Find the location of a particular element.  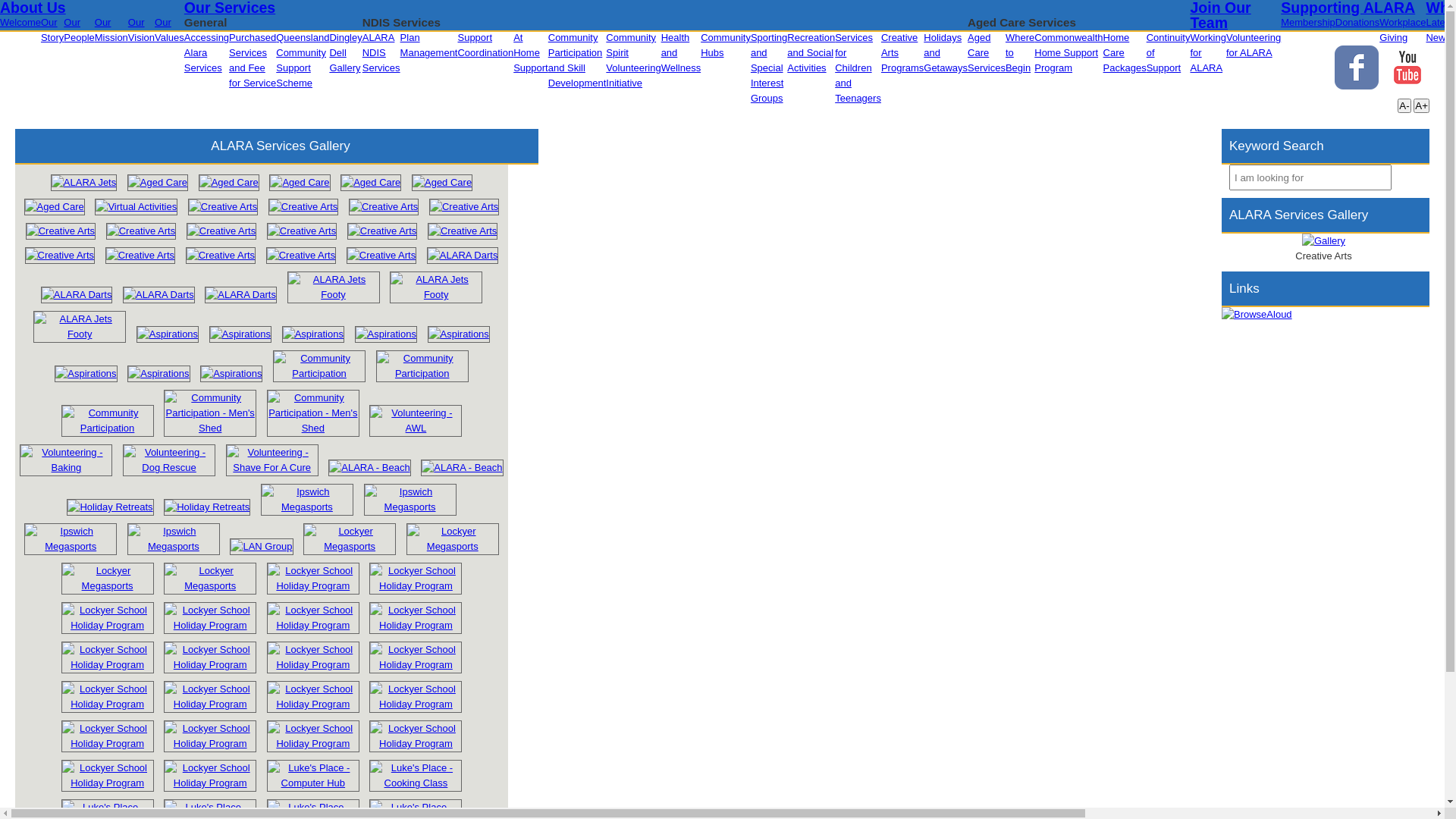

'Volunteering - Dog Rescue' is located at coordinates (168, 459).